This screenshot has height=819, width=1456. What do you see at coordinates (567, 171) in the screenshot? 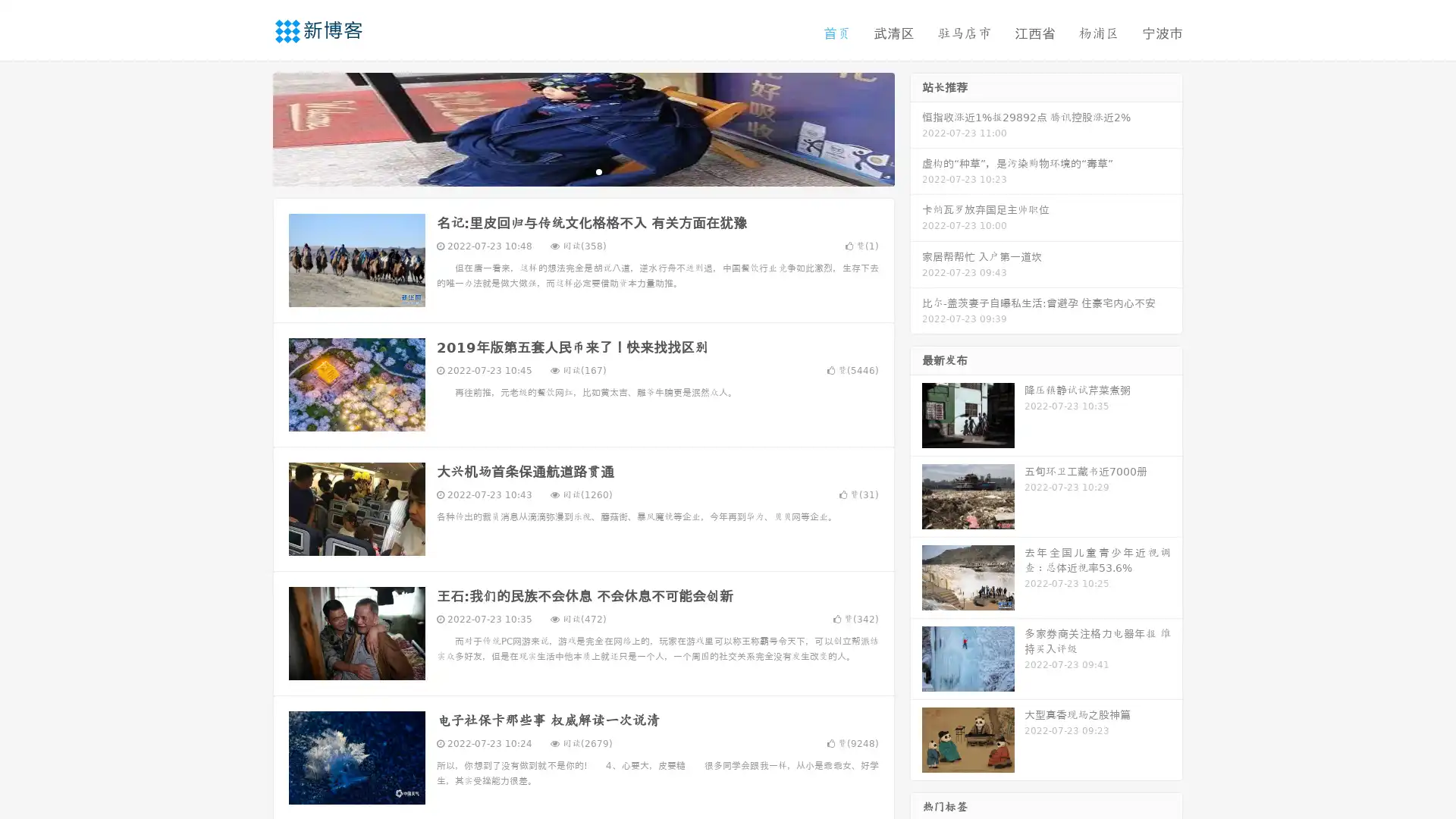
I see `Go to slide 1` at bounding box center [567, 171].